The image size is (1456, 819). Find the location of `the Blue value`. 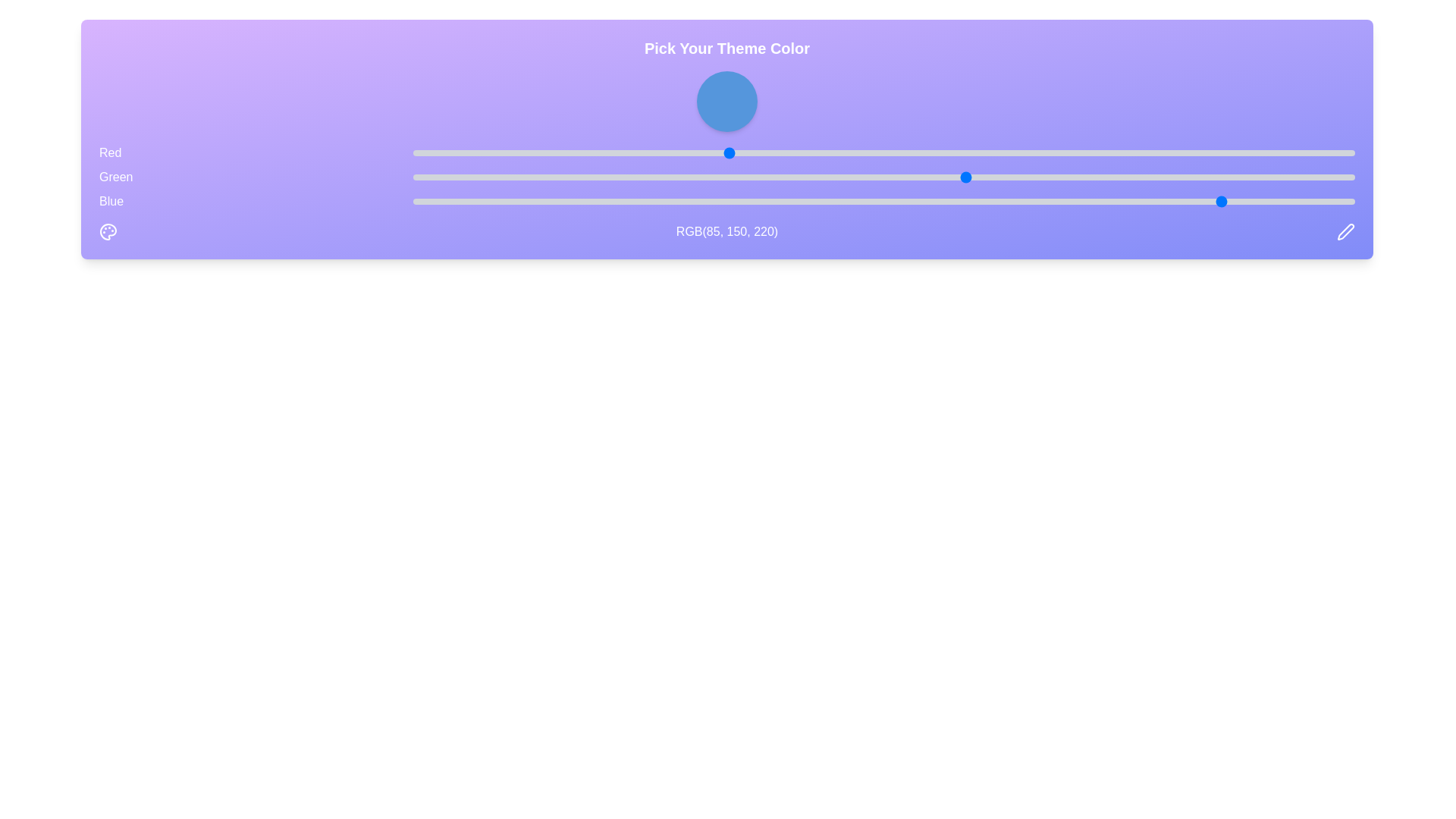

the Blue value is located at coordinates (1040, 201).